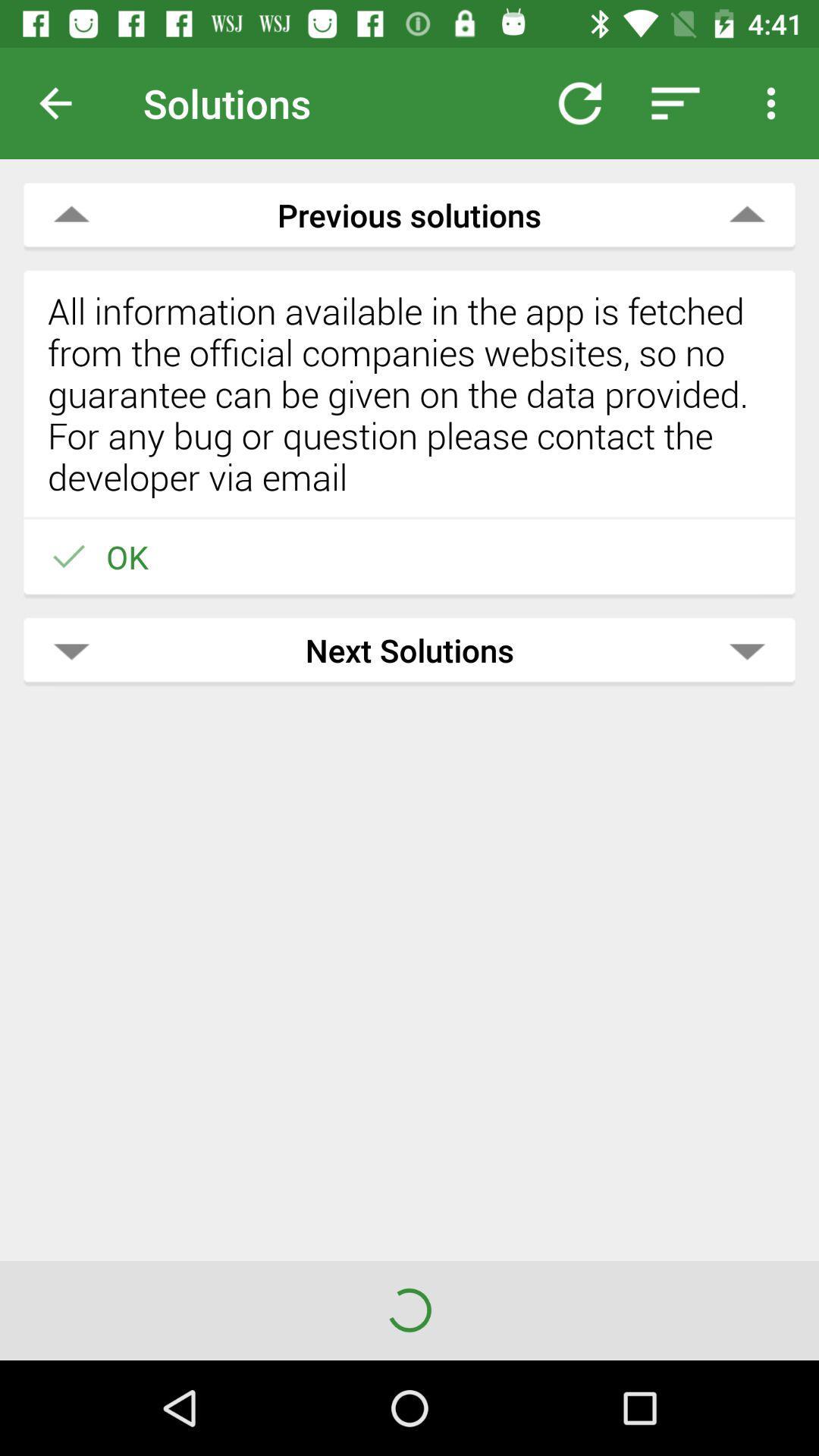 The image size is (819, 1456). Describe the element at coordinates (67, 102) in the screenshot. I see `goto previous page` at that location.